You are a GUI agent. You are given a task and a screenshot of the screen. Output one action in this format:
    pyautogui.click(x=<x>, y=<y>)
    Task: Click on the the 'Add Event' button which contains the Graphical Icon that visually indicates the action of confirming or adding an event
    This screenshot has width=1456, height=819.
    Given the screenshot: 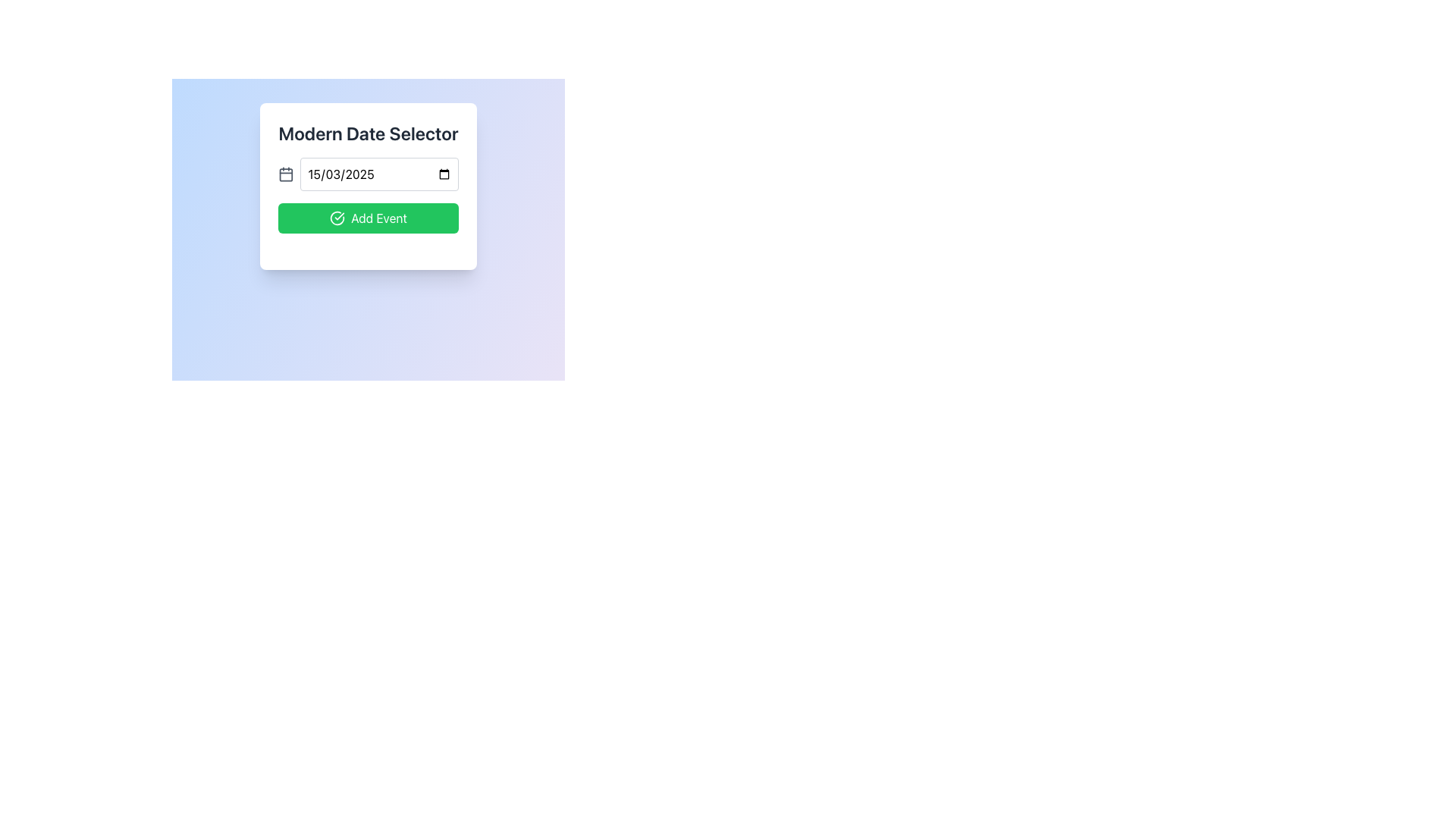 What is the action you would take?
    pyautogui.click(x=337, y=218)
    